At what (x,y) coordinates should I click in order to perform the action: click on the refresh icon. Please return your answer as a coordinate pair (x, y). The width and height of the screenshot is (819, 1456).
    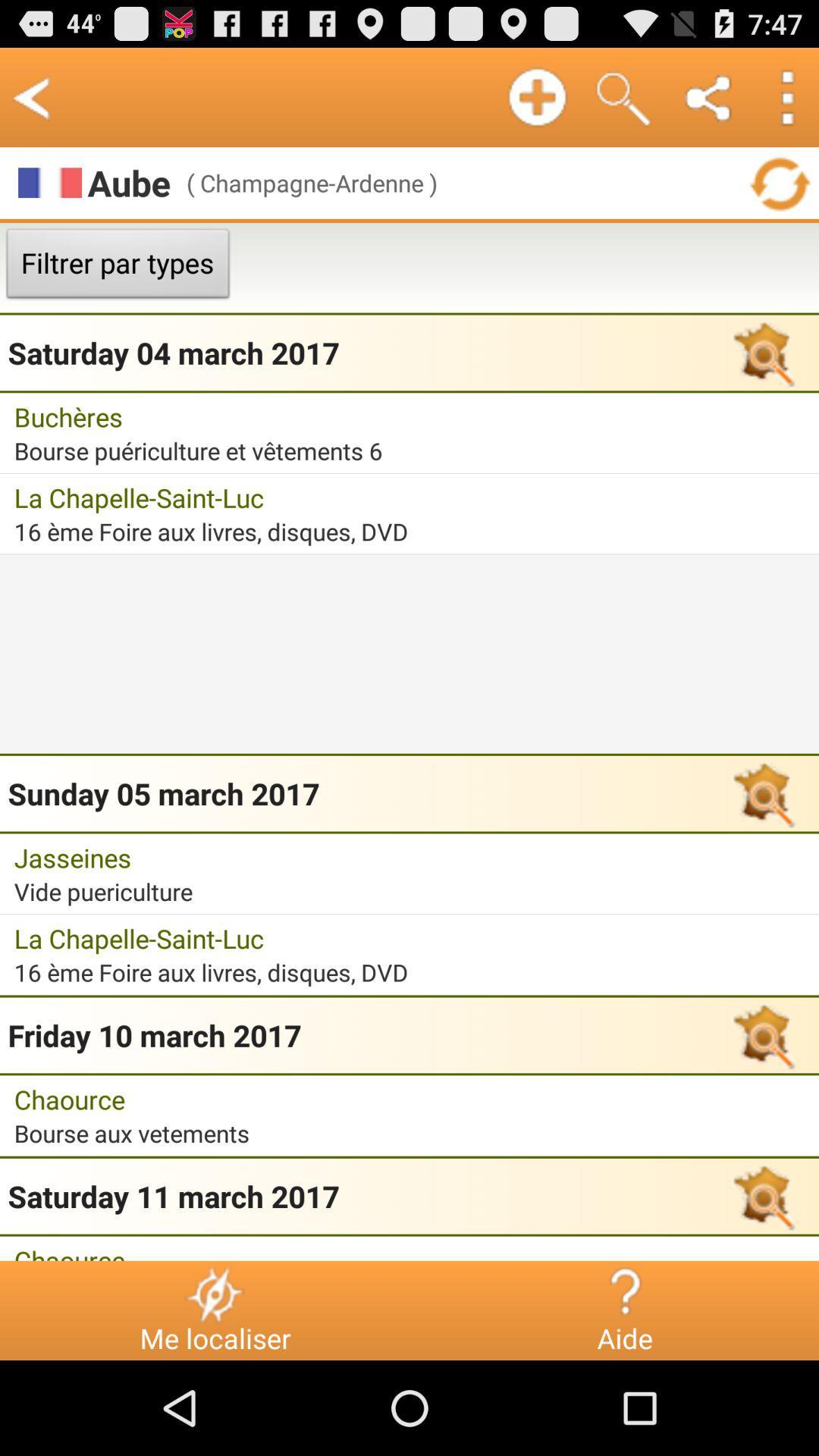
    Looking at the image, I should click on (779, 195).